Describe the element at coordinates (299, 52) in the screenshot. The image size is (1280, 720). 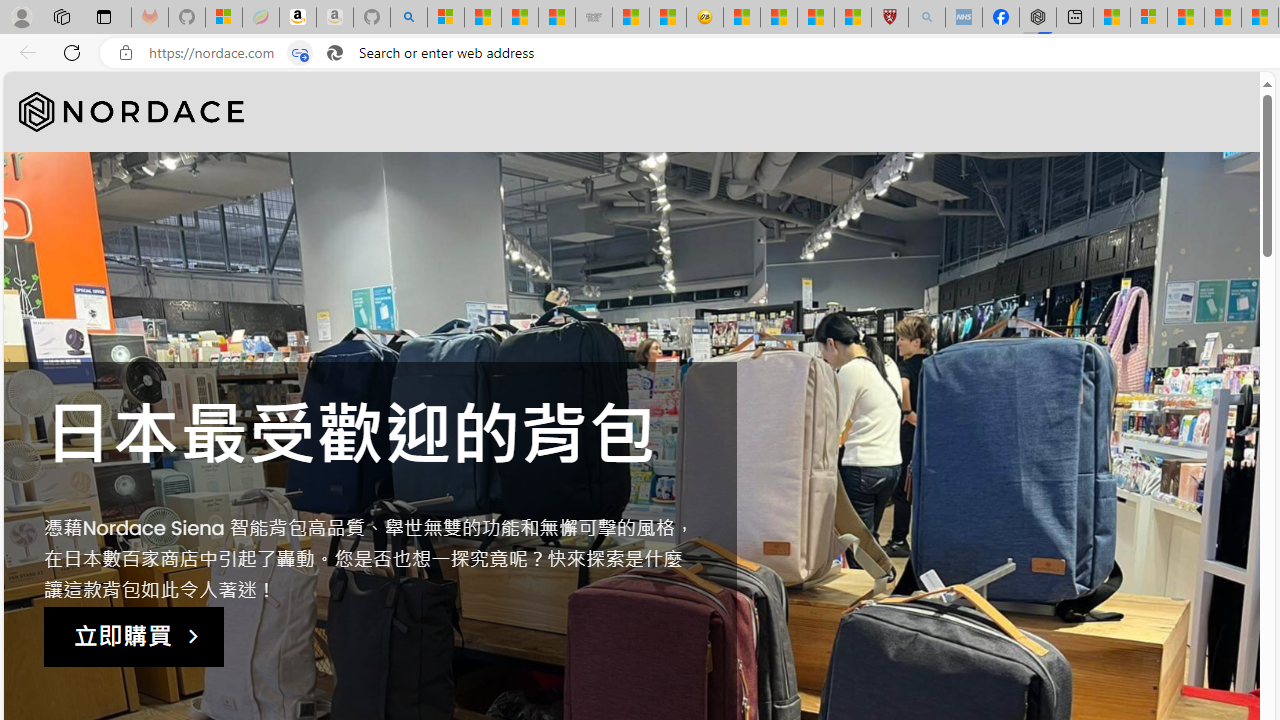
I see `'Tabs in split screen'` at that location.